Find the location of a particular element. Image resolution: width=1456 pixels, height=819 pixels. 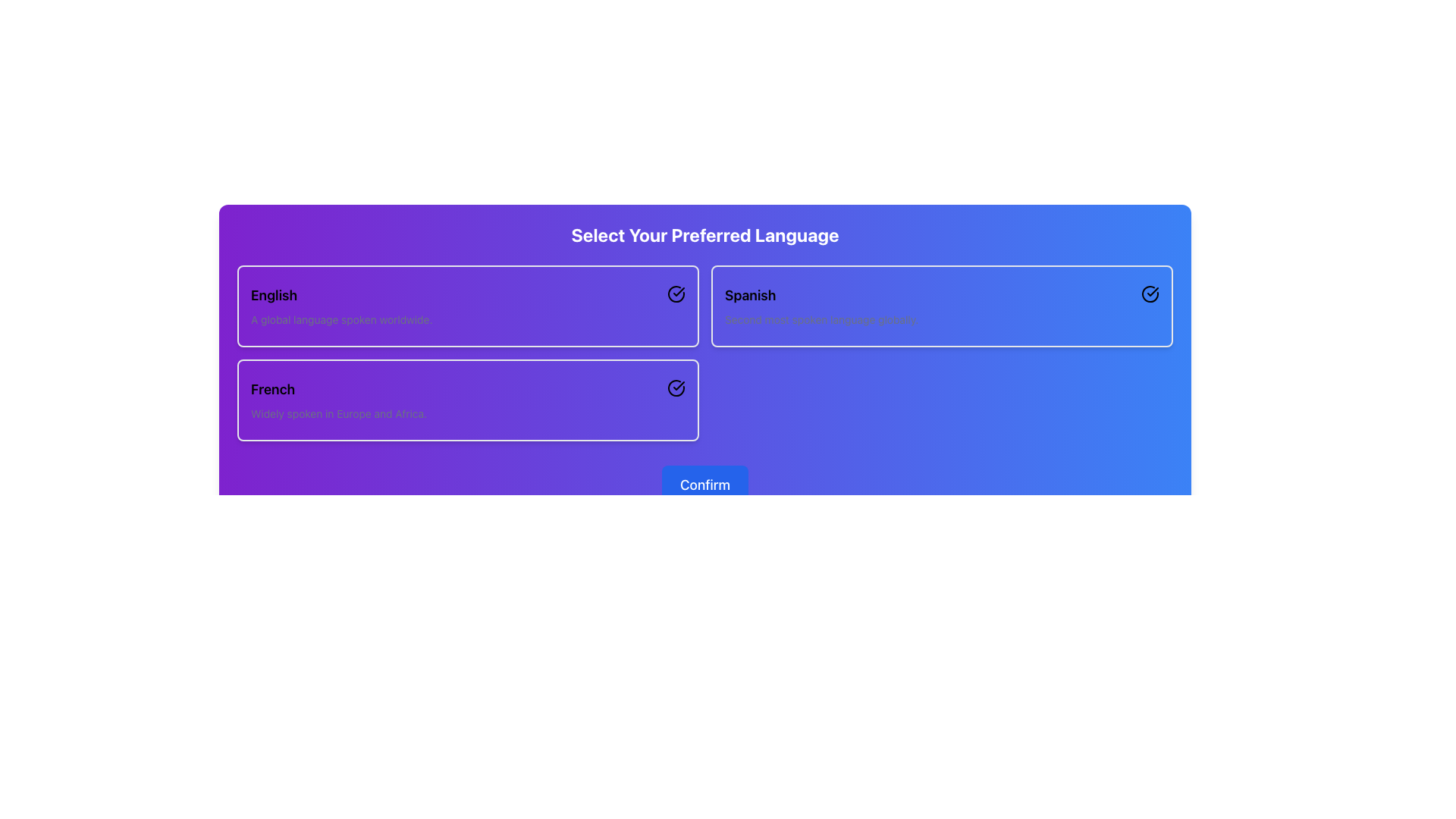

the circular icon with a checkmark in the center, which is located in the top-left card of the language selection section labeled 'English' is located at coordinates (676, 294).